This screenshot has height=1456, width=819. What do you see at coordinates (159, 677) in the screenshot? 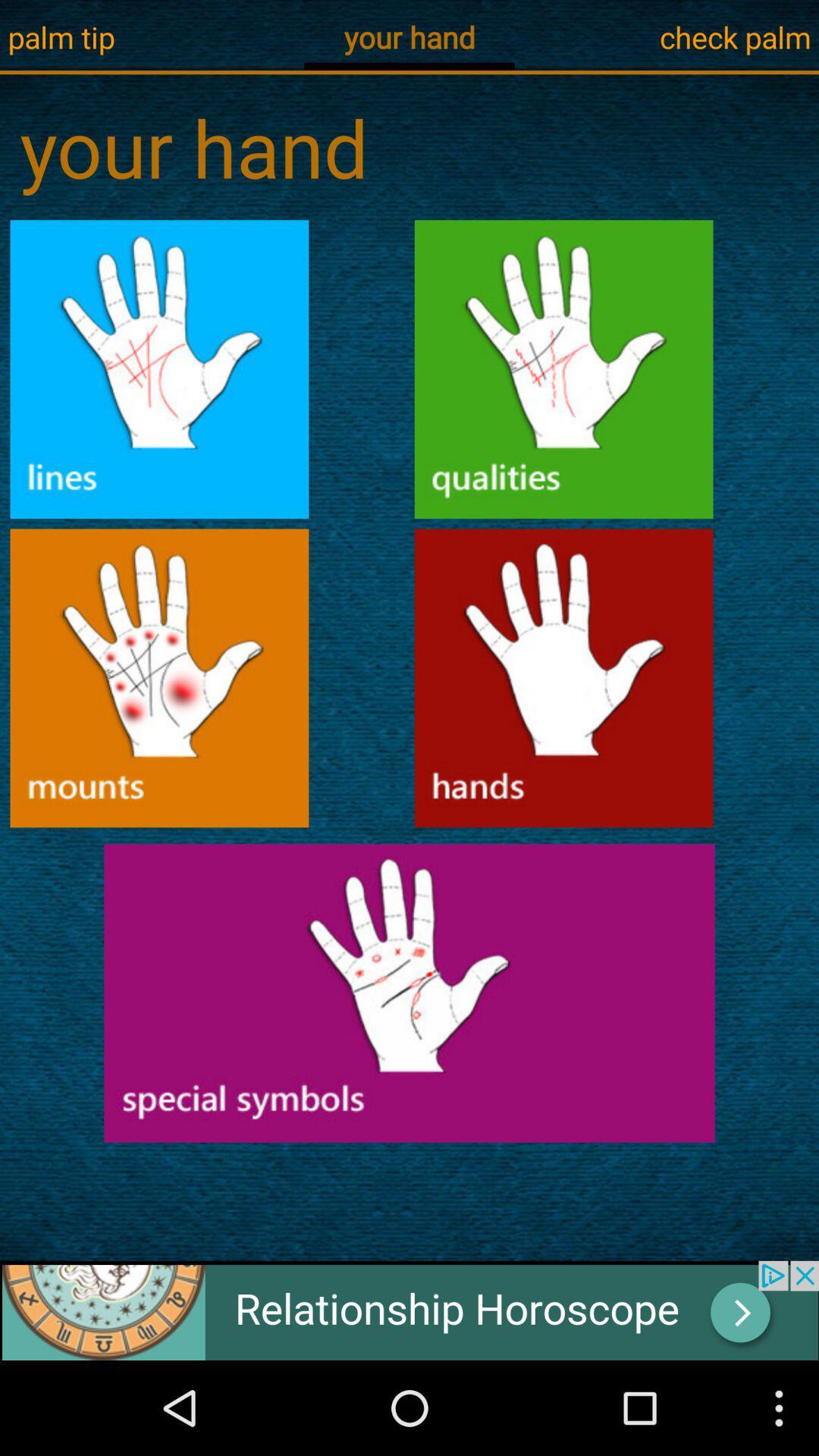
I see `choose mounts` at bounding box center [159, 677].